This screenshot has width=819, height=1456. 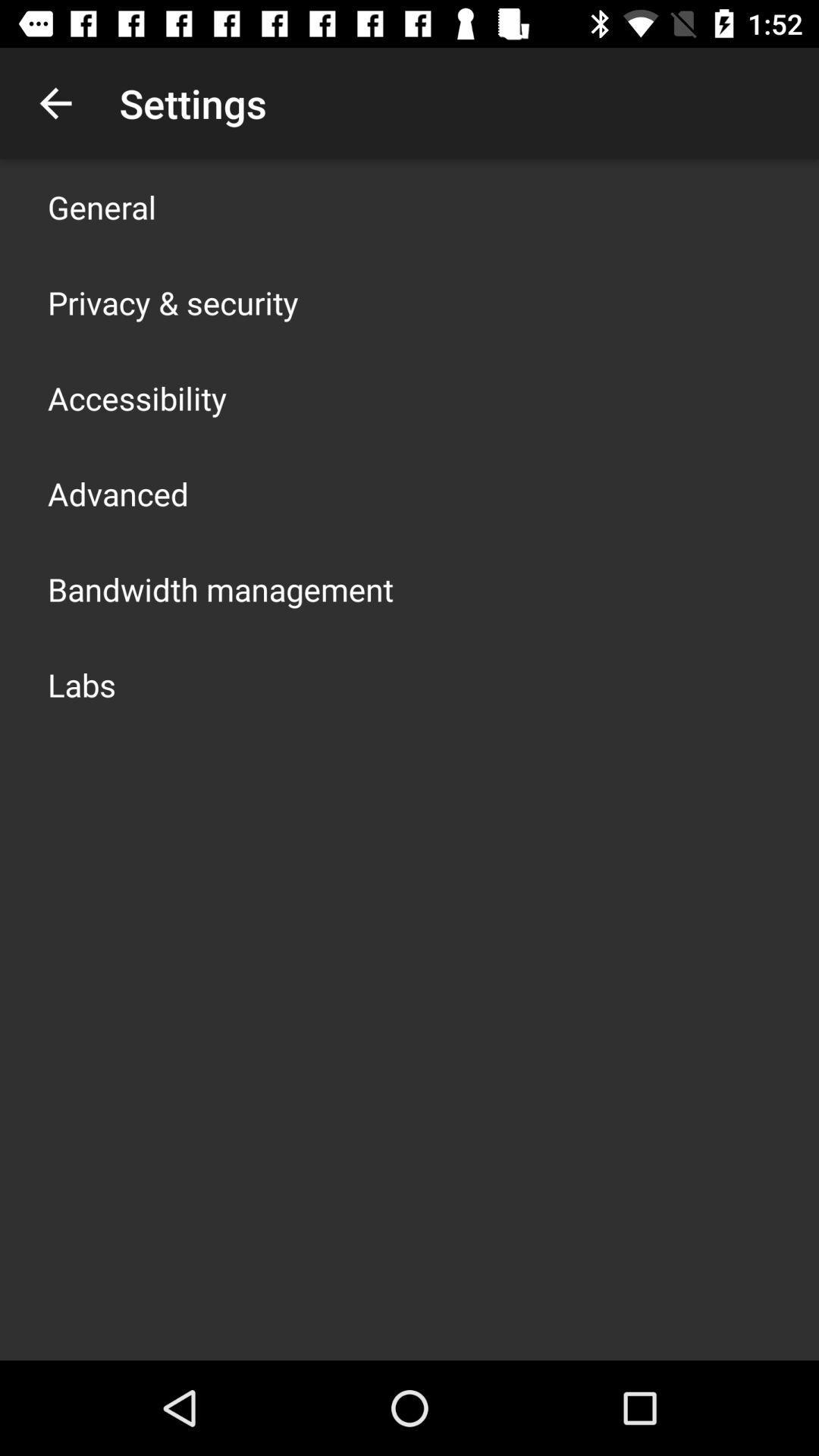 I want to click on the app next to the settings, so click(x=55, y=102).